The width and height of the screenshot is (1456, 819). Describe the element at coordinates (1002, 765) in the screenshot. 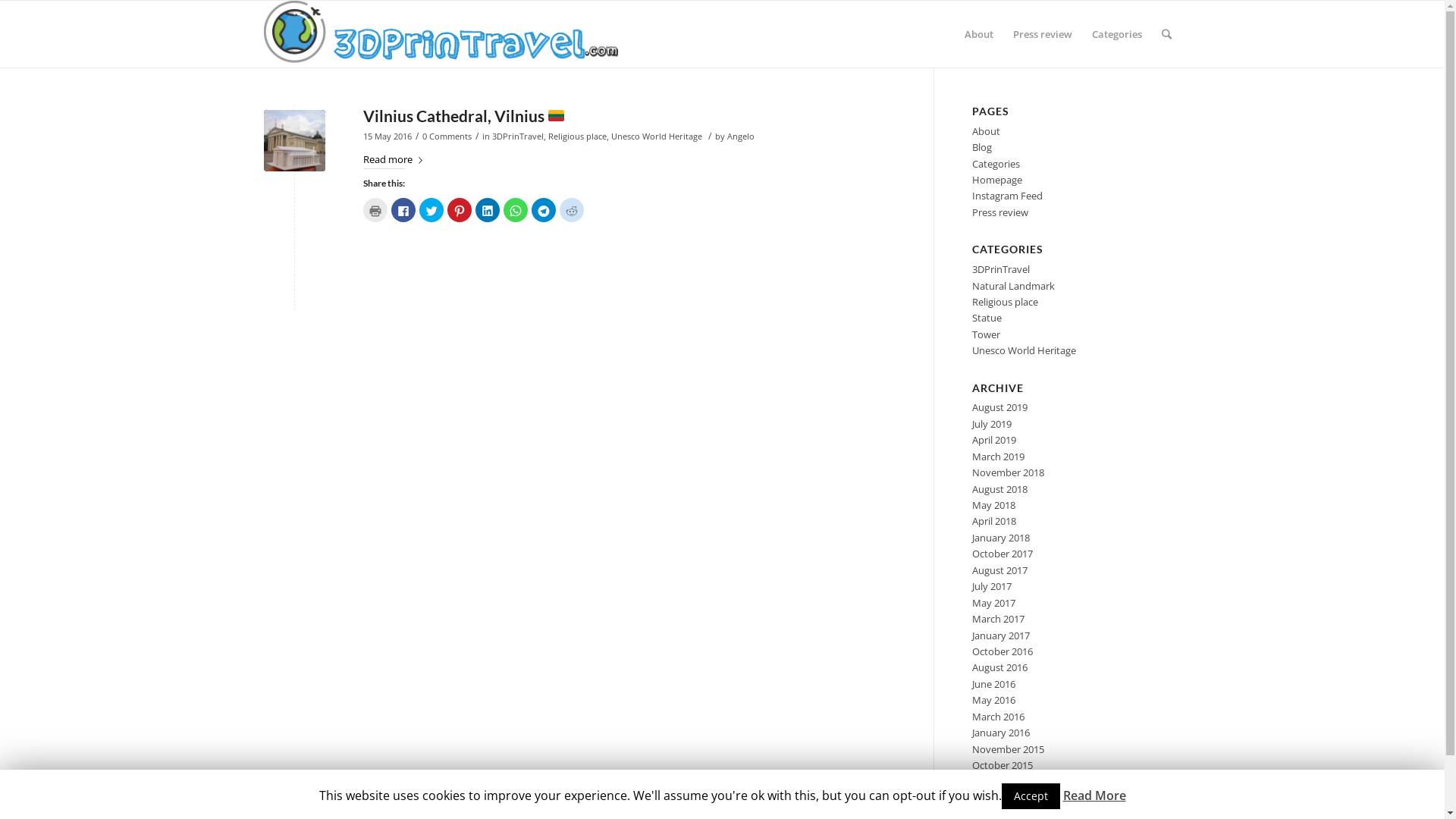

I see `'October 2015'` at that location.